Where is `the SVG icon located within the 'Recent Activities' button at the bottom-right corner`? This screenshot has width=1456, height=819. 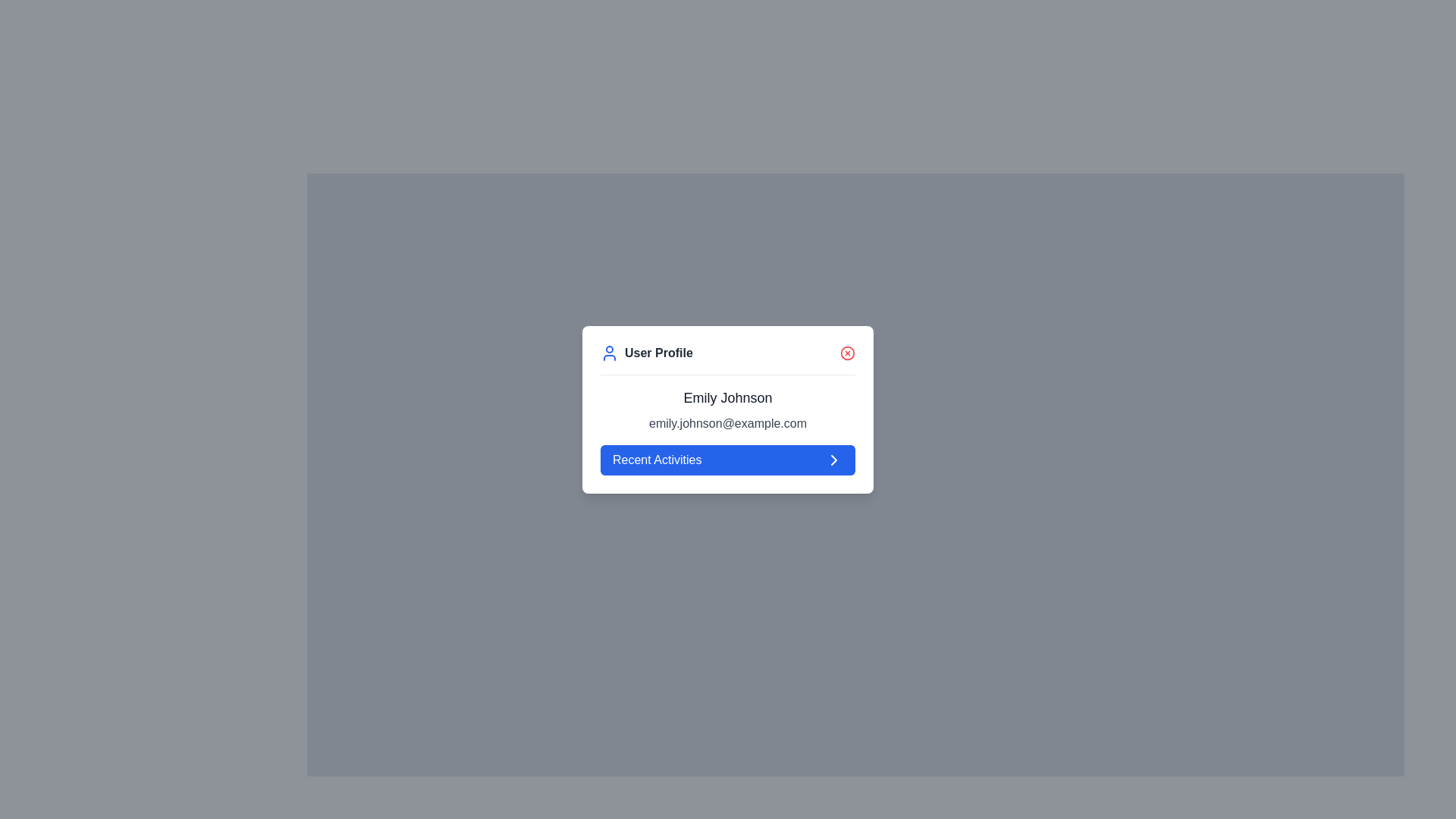
the SVG icon located within the 'Recent Activities' button at the bottom-right corner is located at coordinates (833, 459).